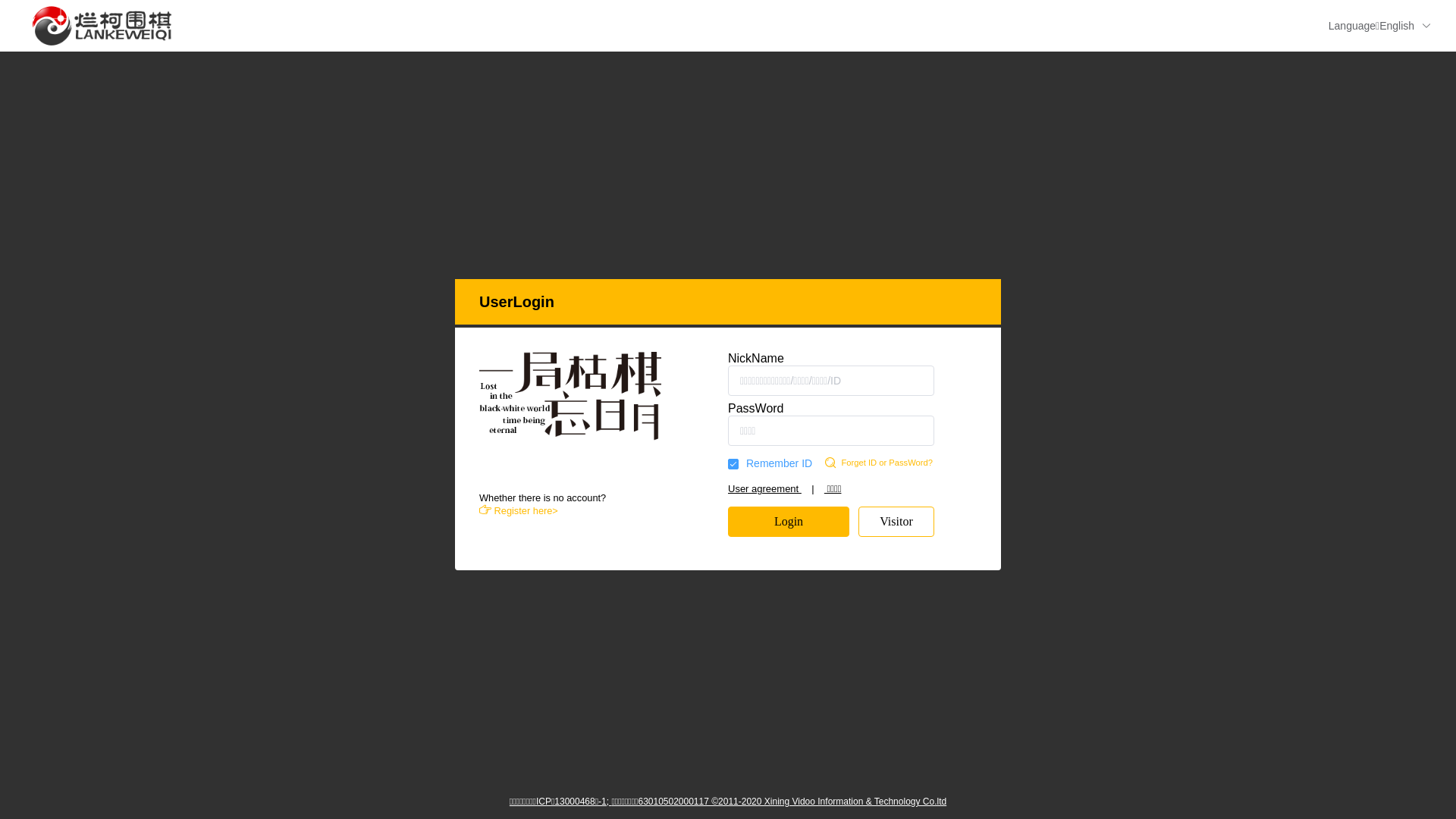 Image resolution: width=1456 pixels, height=819 pixels. Describe the element at coordinates (896, 520) in the screenshot. I see `'Visitor'` at that location.